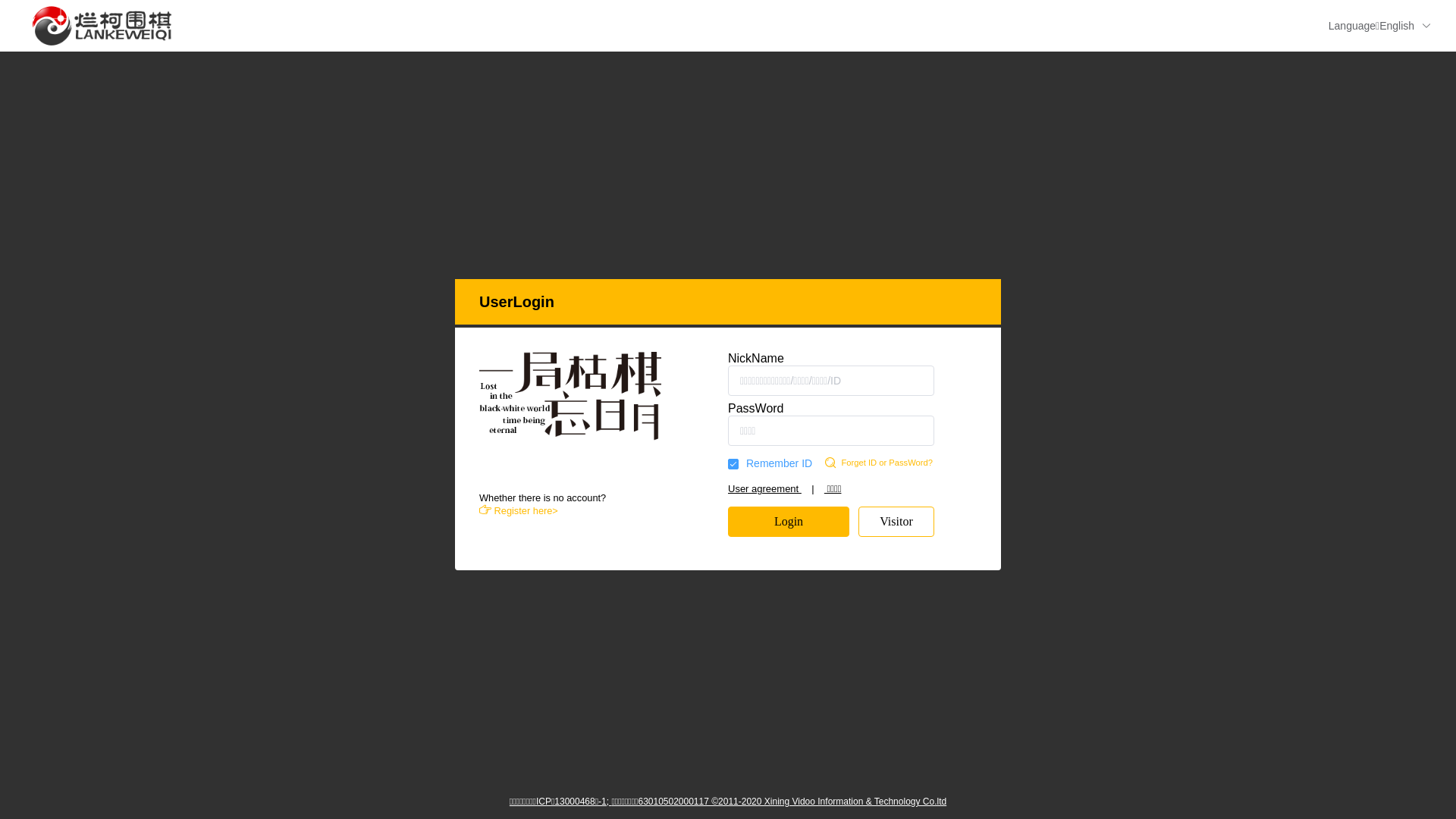 Image resolution: width=1456 pixels, height=819 pixels. Describe the element at coordinates (896, 520) in the screenshot. I see `'Visitor'` at that location.